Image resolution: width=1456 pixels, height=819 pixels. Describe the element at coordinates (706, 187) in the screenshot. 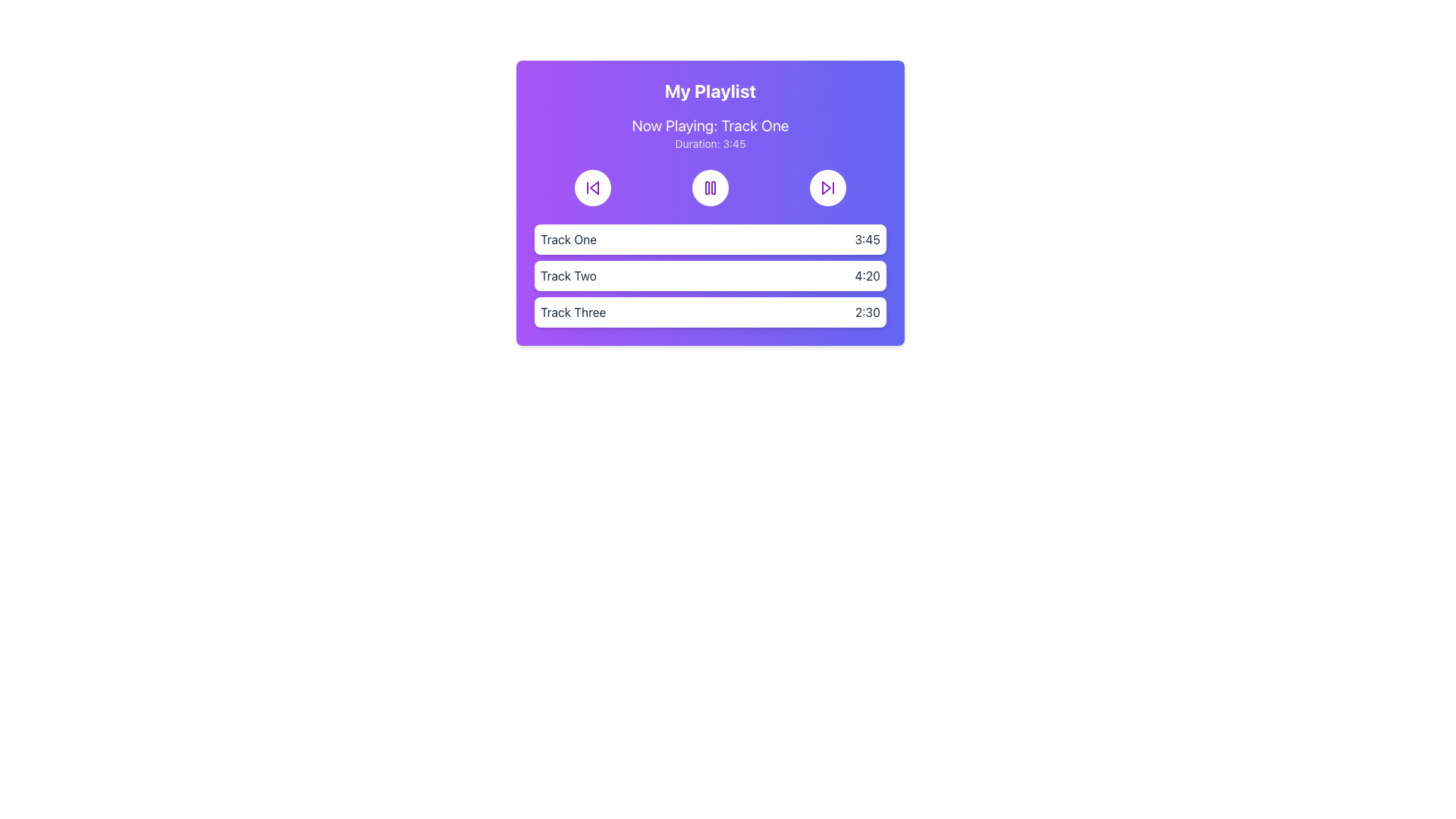

I see `the left vertical bar of the pause icon, which indicates the pause functionality in the media player interface` at that location.